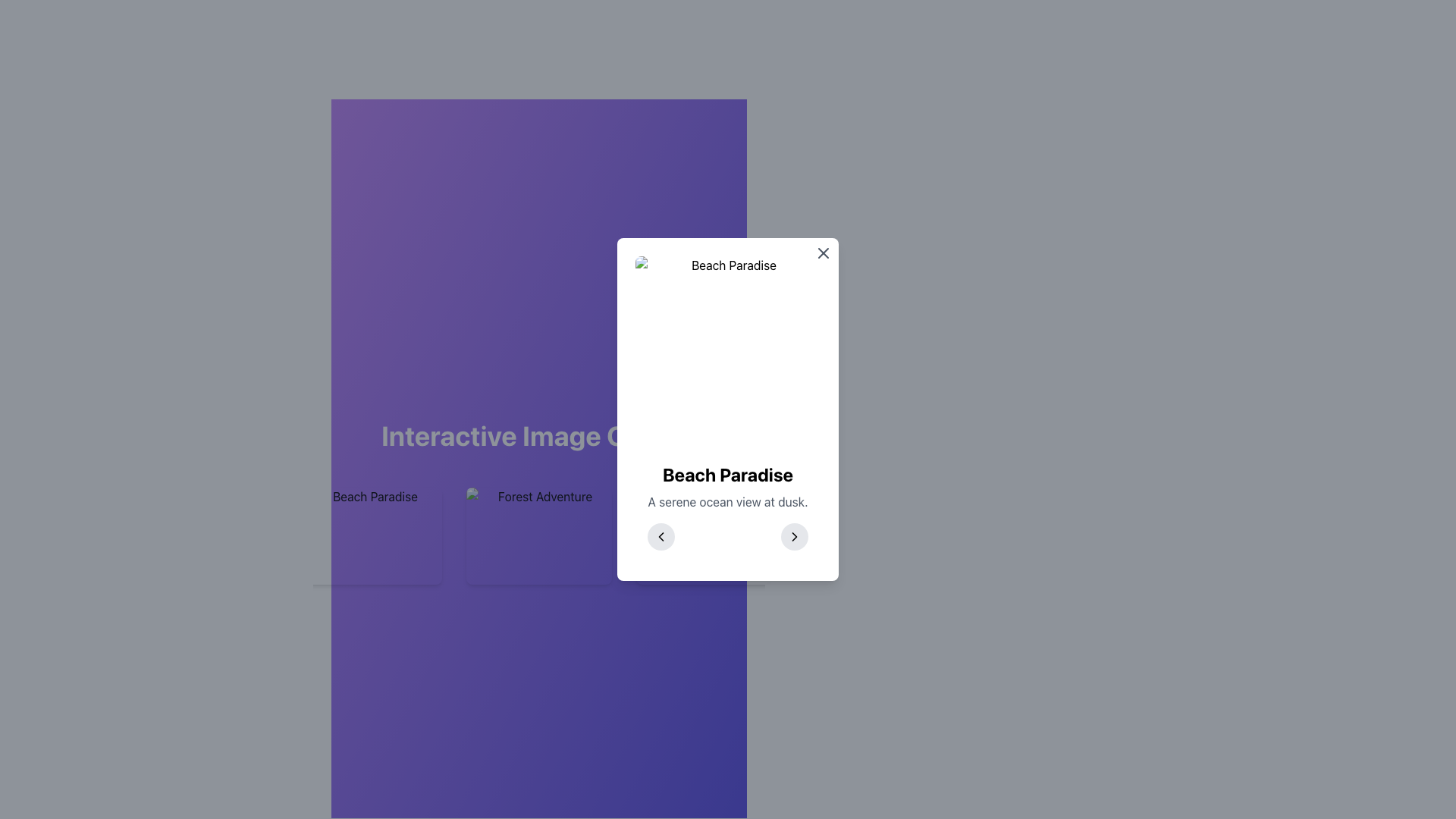  Describe the element at coordinates (538, 535) in the screenshot. I see `the image thumbnail labeled 'Forest Adventure', which is the middle thumbnail of three equally spaced horizontally arranged thumbnails within a card-like layout` at that location.